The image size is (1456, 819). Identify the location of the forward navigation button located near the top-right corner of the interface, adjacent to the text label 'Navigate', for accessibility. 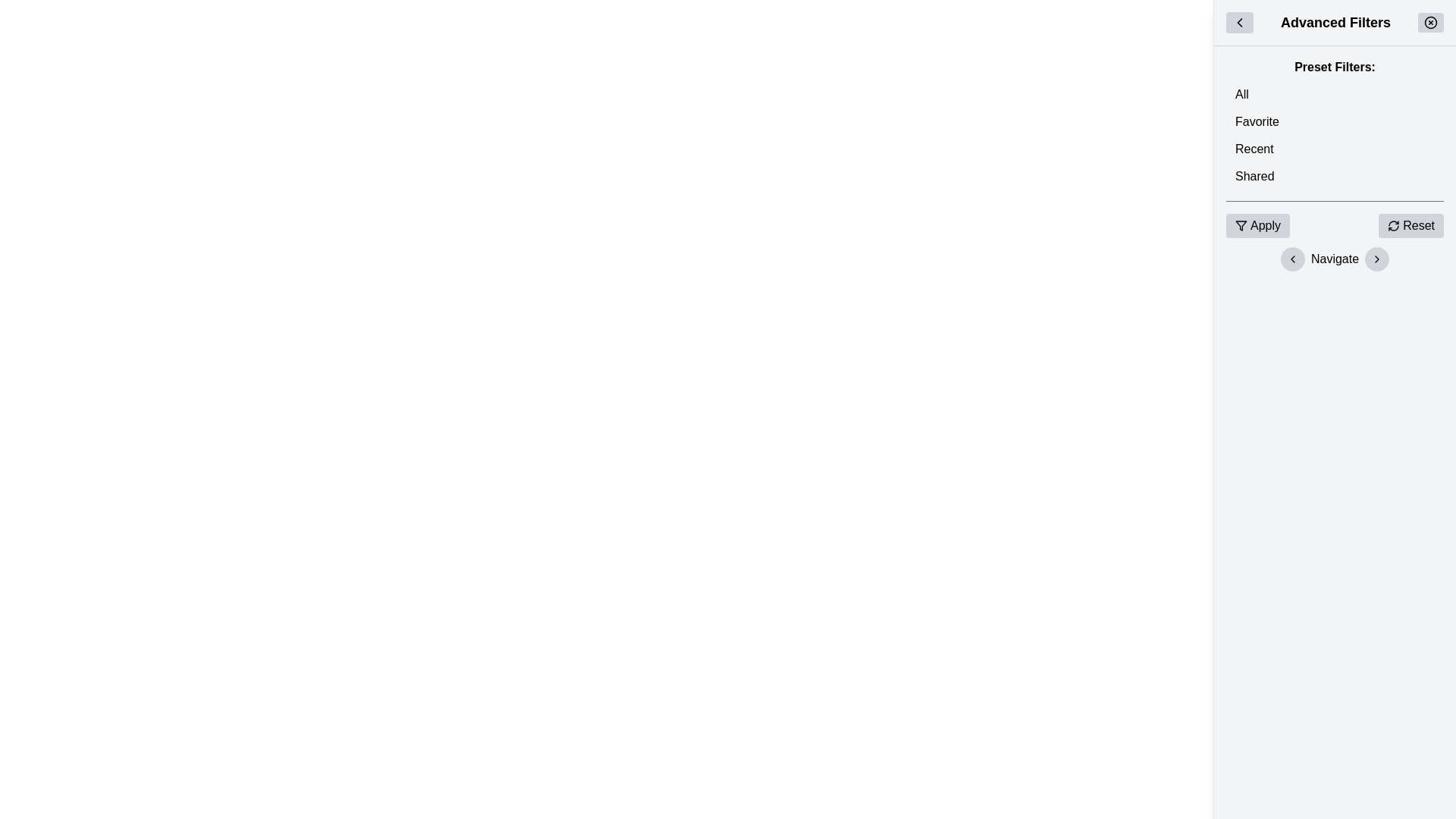
(1377, 259).